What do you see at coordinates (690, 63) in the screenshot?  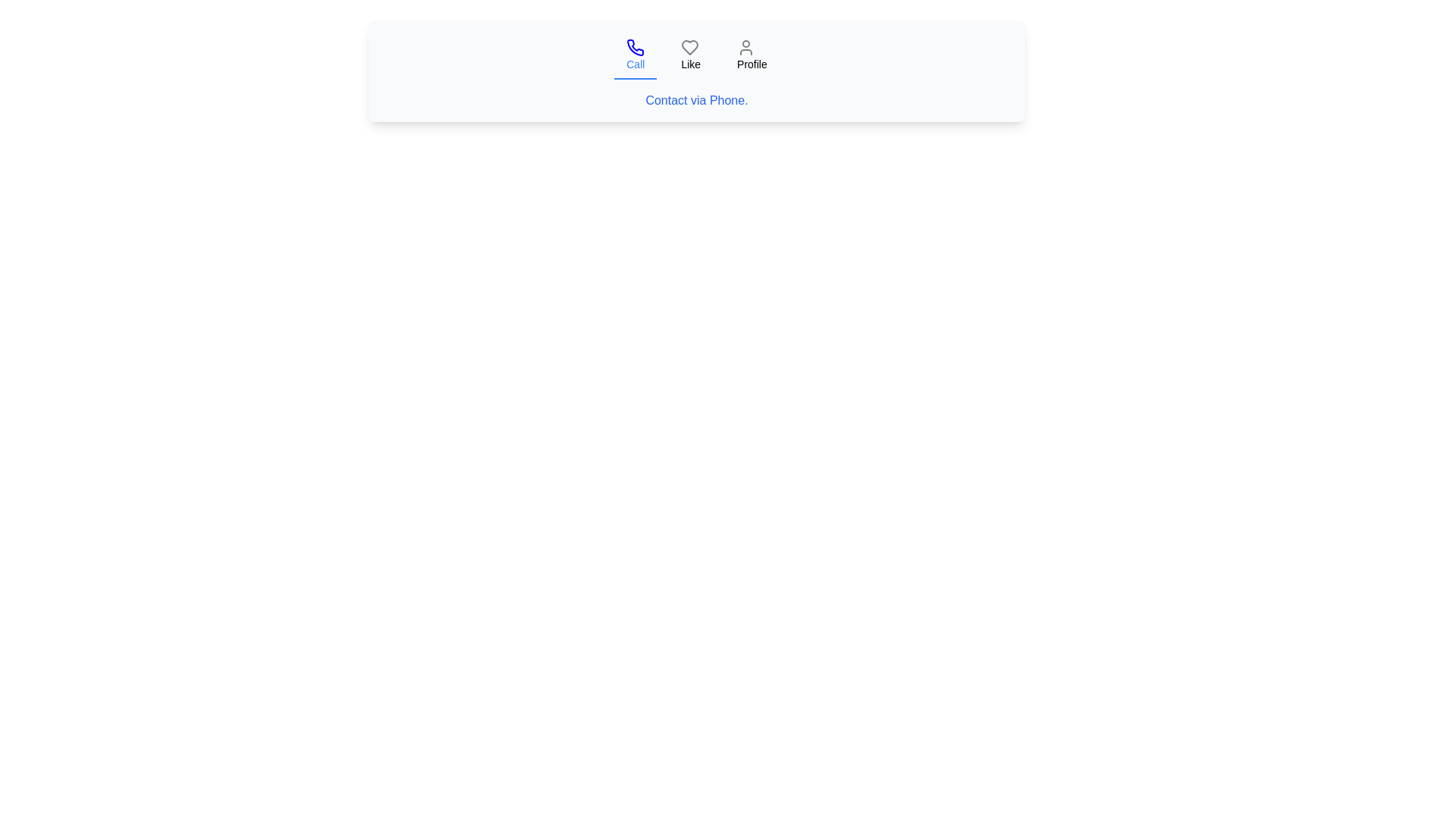 I see `the label that indicates the purpose of the 'like' button, positioned below the heart icon and between the 'Call' and 'Profile' buttons` at bounding box center [690, 63].